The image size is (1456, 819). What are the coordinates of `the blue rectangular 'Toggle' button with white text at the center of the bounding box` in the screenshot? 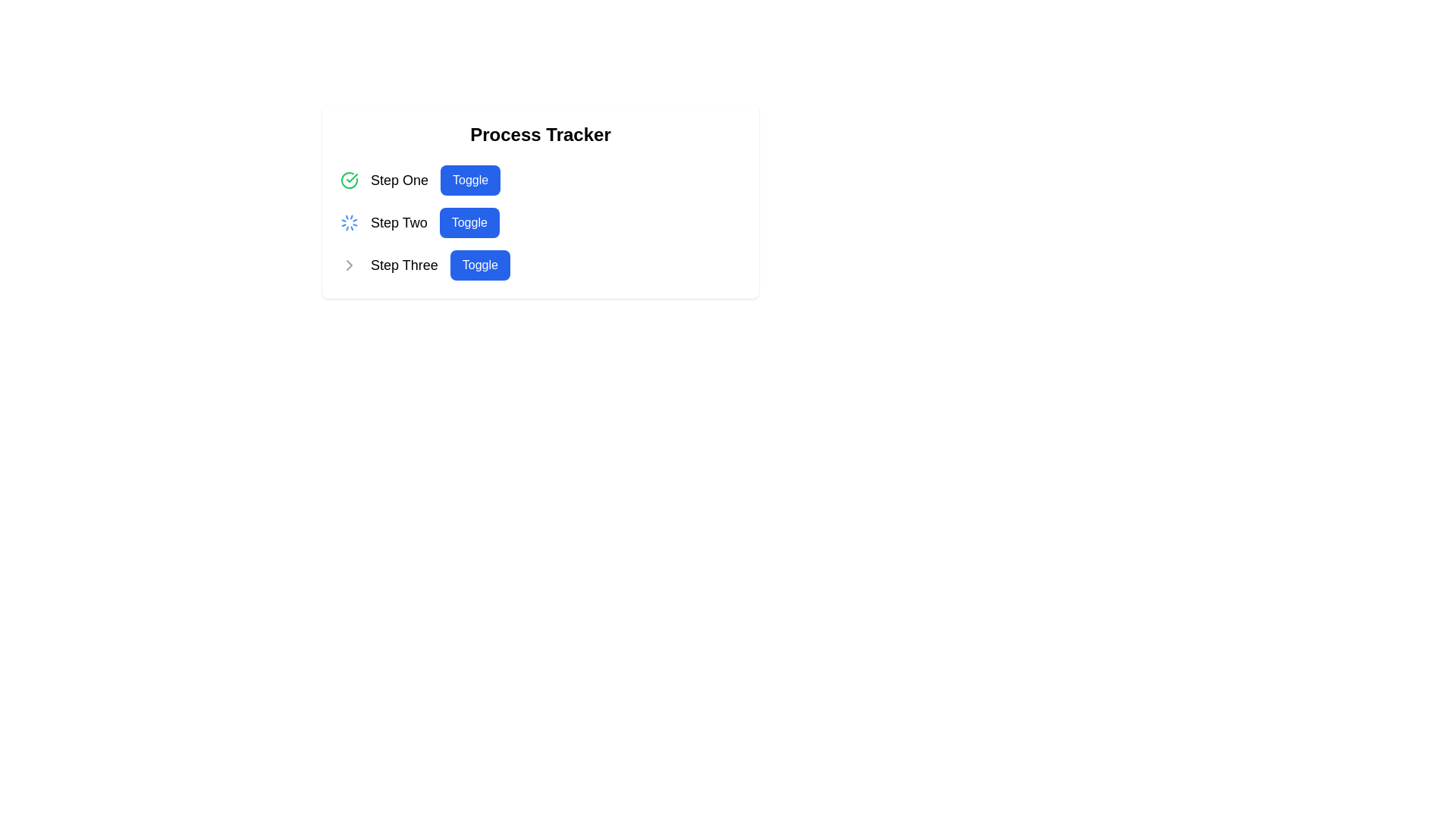 It's located at (479, 265).